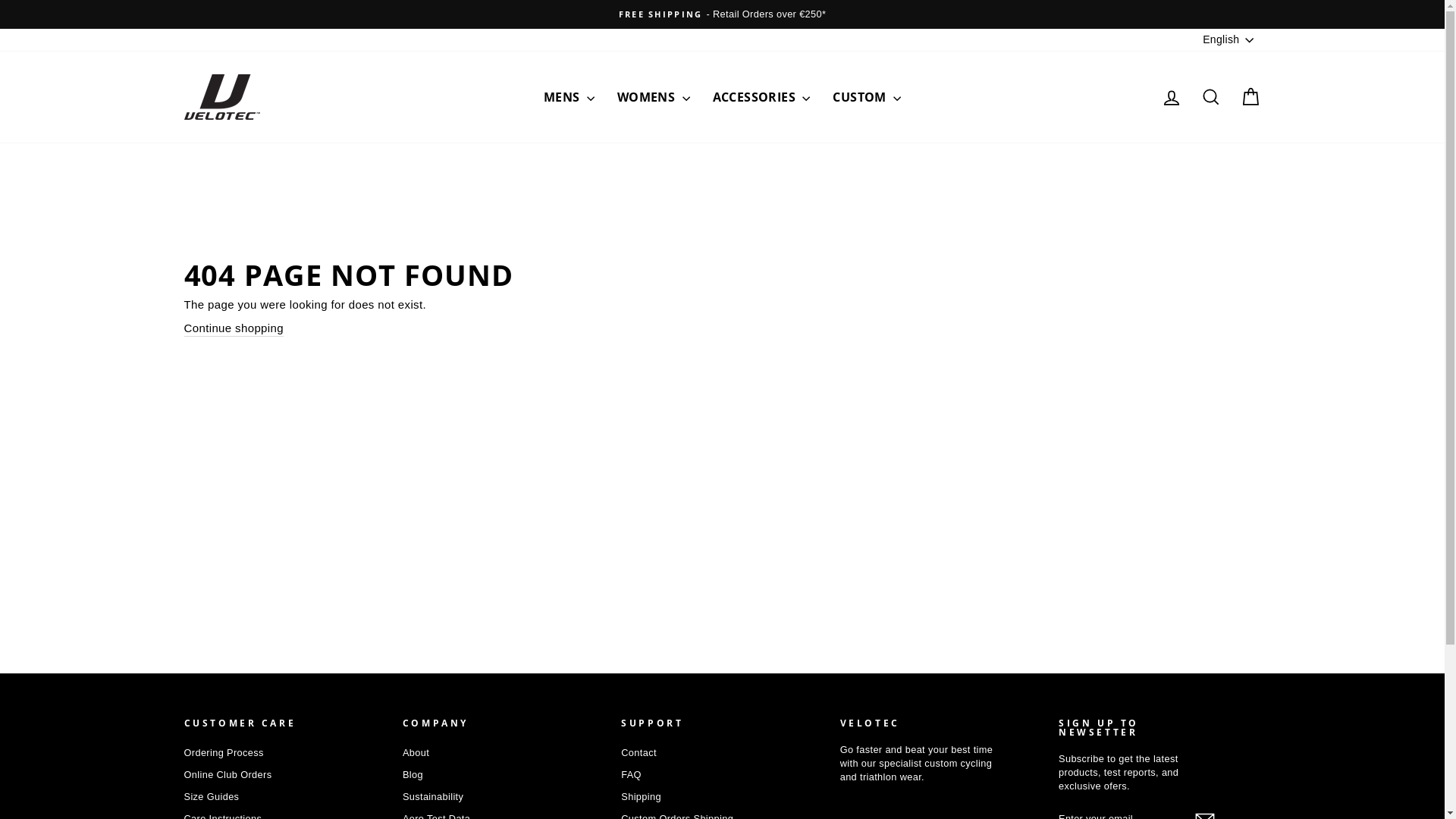 This screenshot has width=1456, height=819. I want to click on 'About', so click(403, 752).